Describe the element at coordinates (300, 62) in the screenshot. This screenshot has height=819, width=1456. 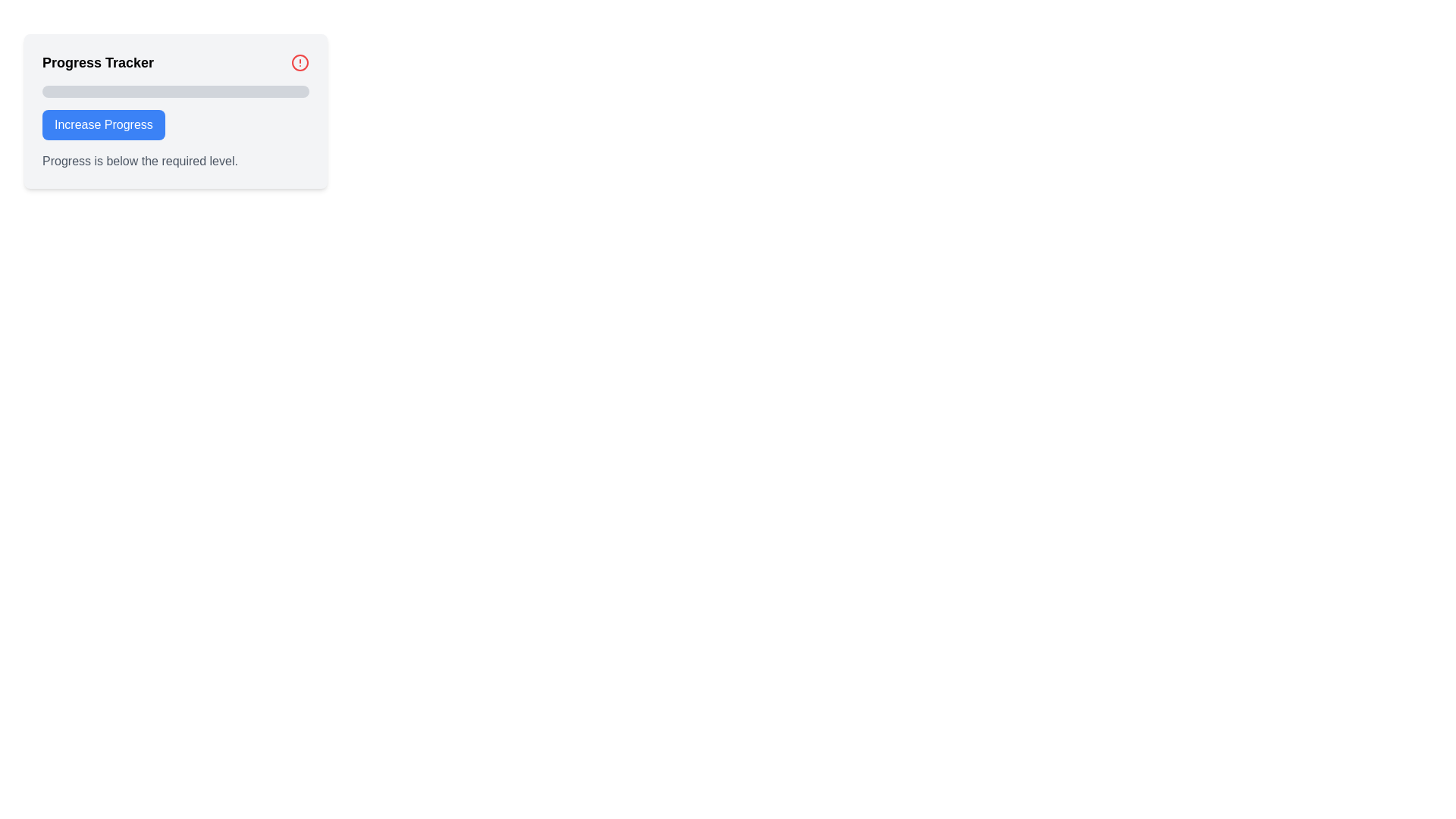
I see `the circular alert shape with a red border located in the upper-right corner of the 'Progress Tracker' card, which indicates an active or critical state` at that location.